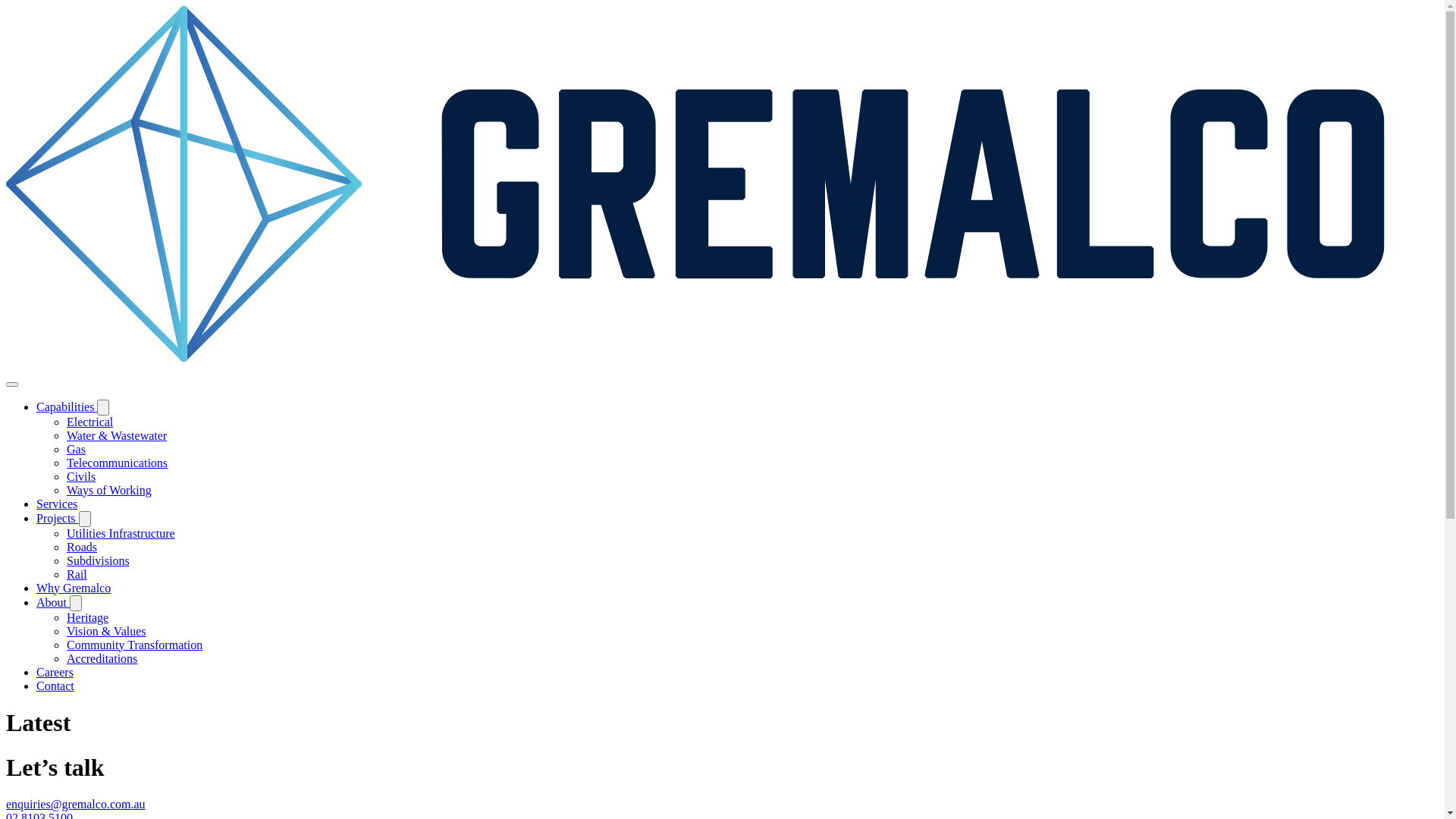  I want to click on 'enquiries@gremalco.com.au', so click(75, 803).